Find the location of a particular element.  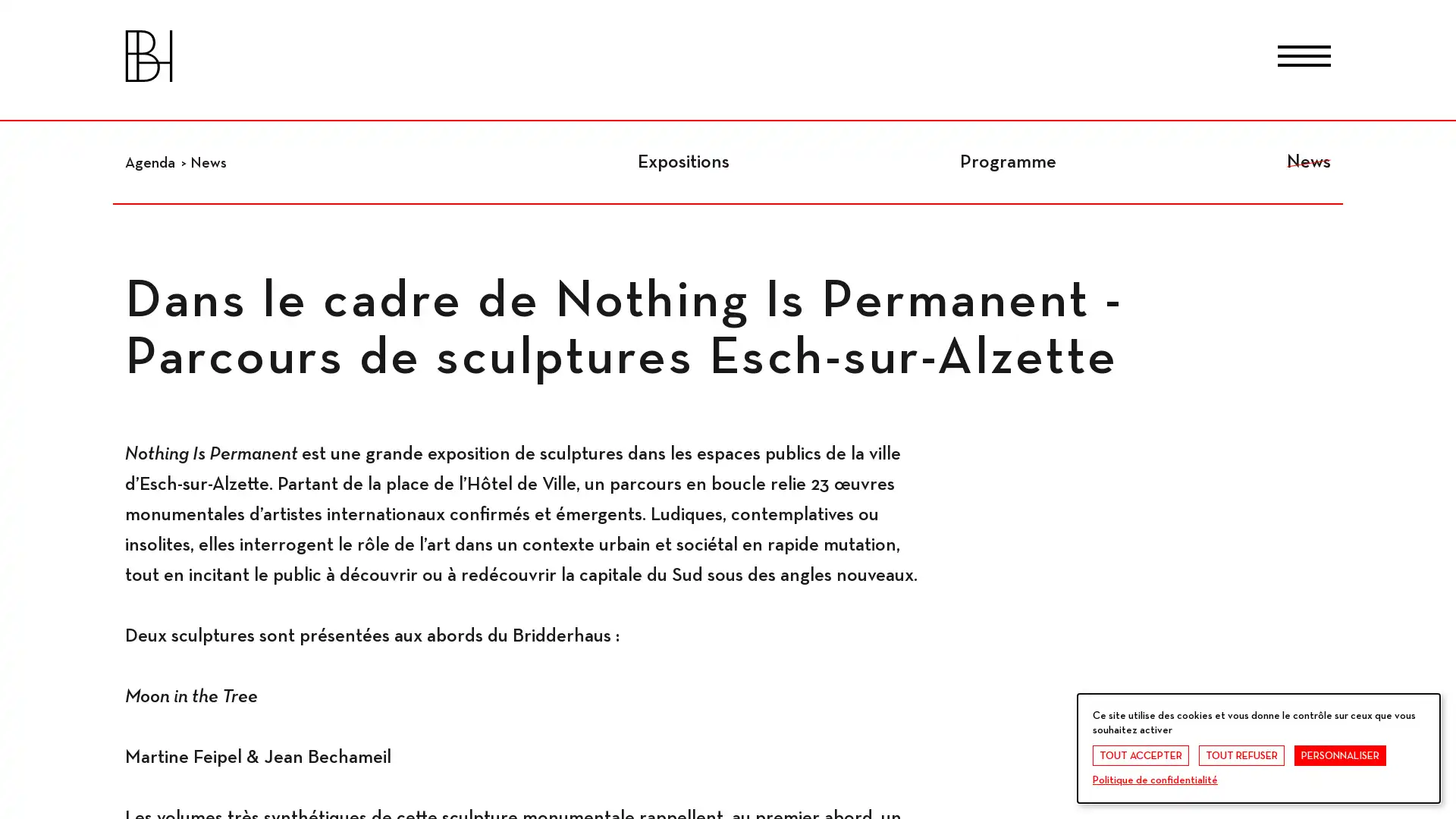

TOUT REFUSER is located at coordinates (1241, 755).